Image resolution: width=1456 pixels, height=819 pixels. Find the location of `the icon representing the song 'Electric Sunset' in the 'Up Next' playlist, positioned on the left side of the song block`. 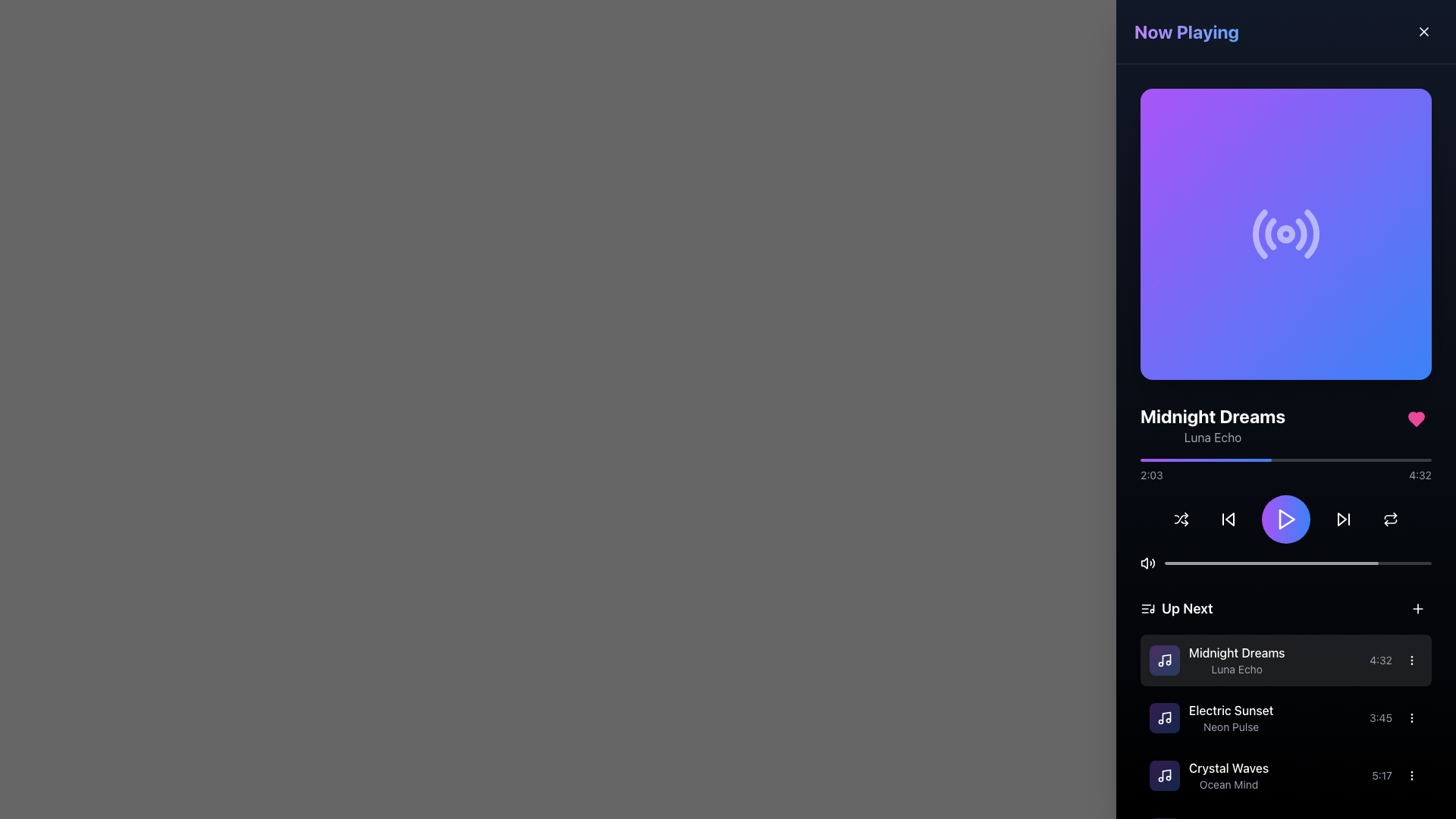

the icon representing the song 'Electric Sunset' in the 'Up Next' playlist, positioned on the left side of the song block is located at coordinates (1164, 717).